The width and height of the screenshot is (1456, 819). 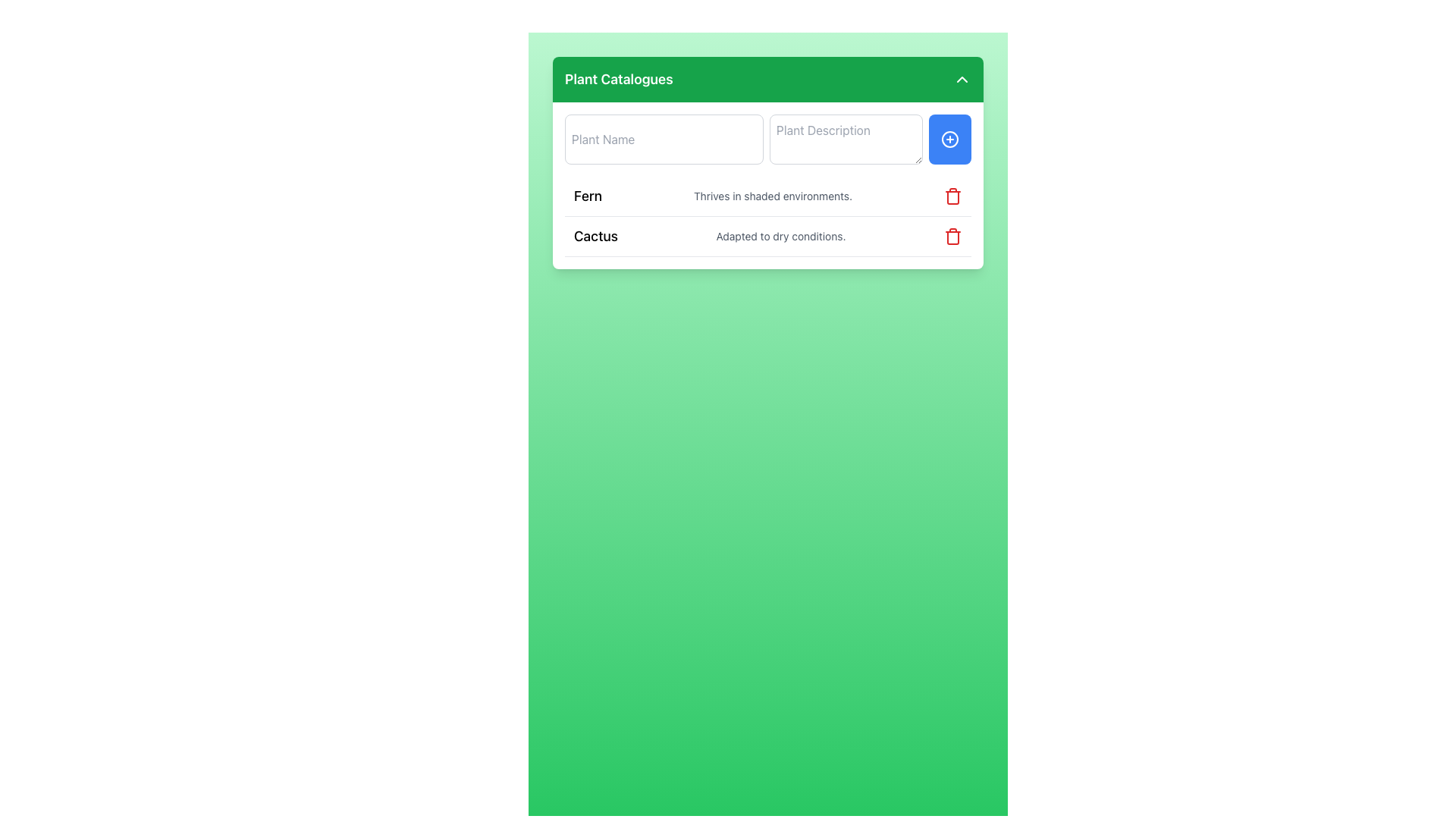 What do you see at coordinates (949, 140) in the screenshot?
I see `the 'Add' button located to the far right of the input fields for 'Plant Name' and 'Plant Description' to bring it into the active state` at bounding box center [949, 140].